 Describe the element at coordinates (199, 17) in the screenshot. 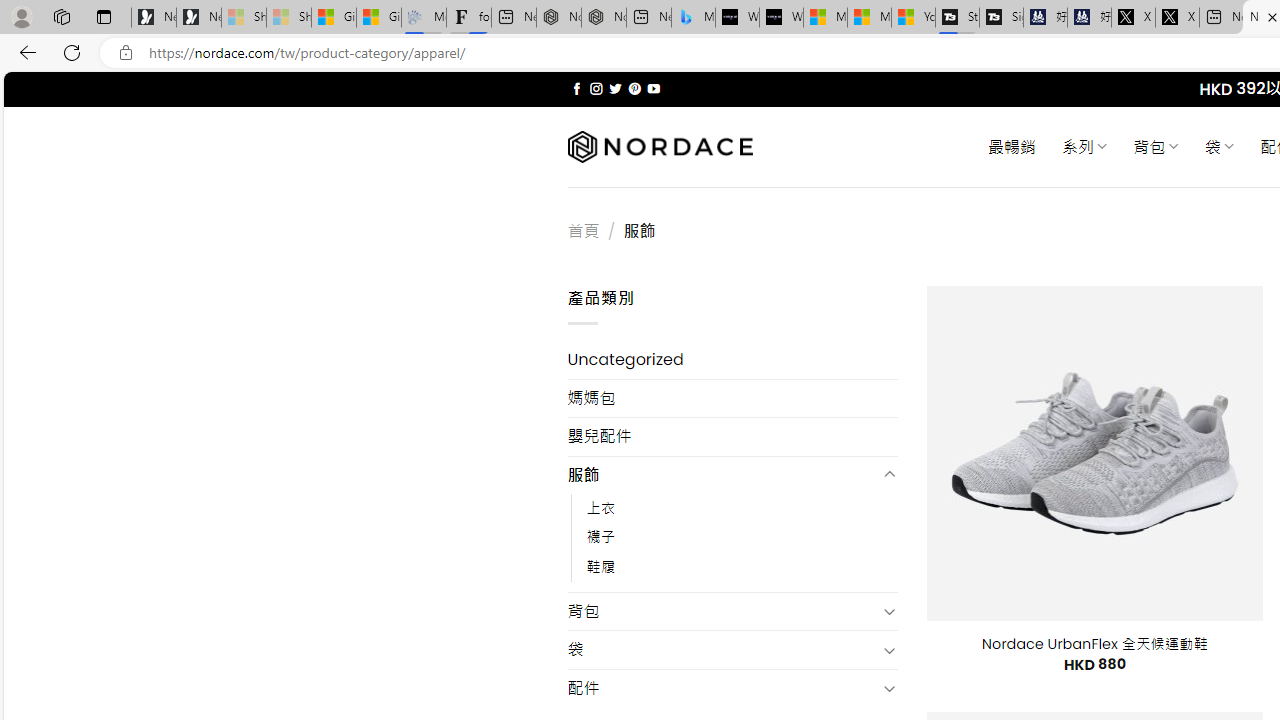

I see `'Newsletter Sign Up'` at that location.